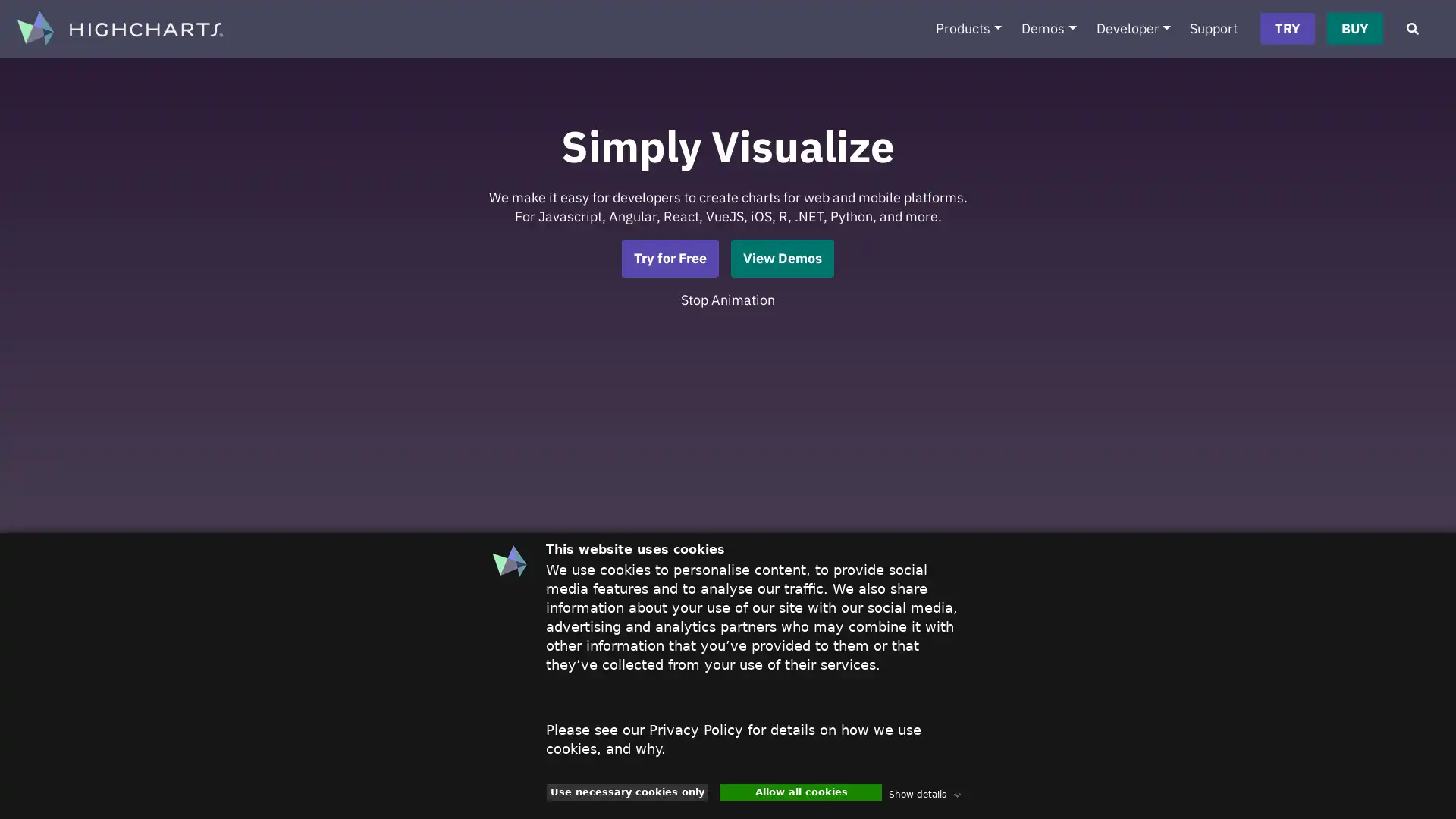  Describe the element at coordinates (967, 29) in the screenshot. I see `Products` at that location.